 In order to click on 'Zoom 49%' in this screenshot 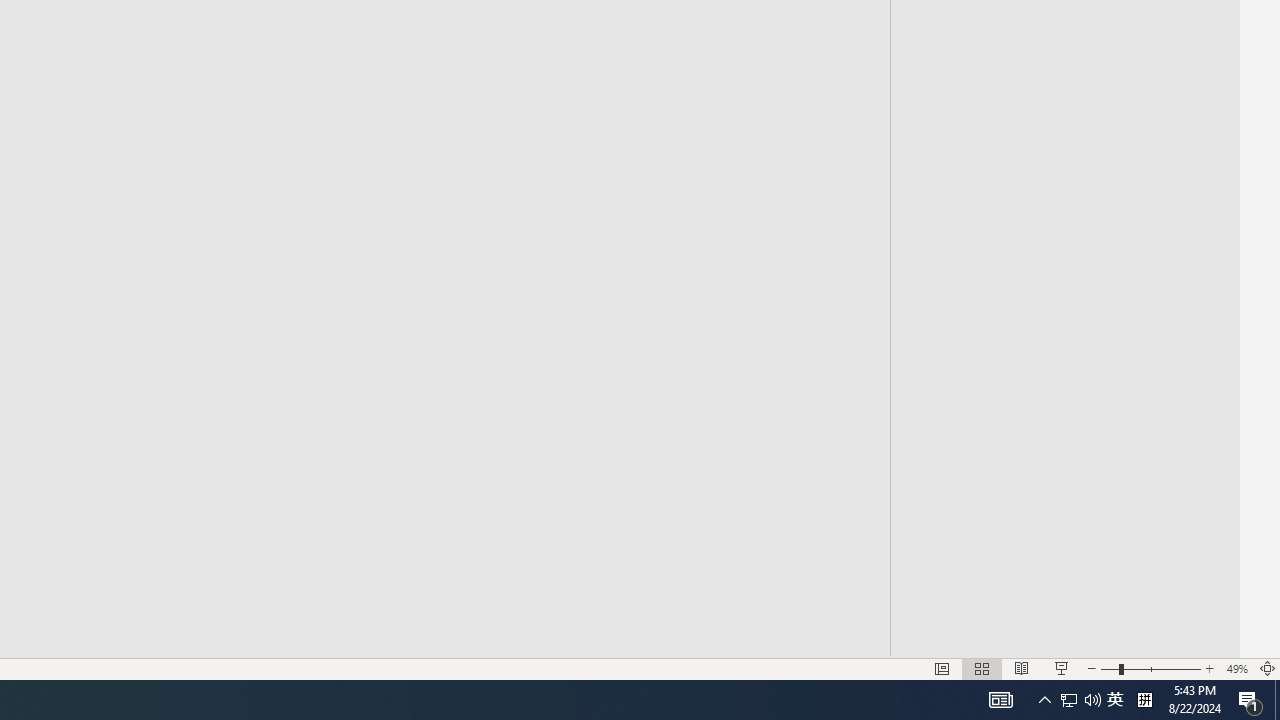, I will do `click(1236, 669)`.